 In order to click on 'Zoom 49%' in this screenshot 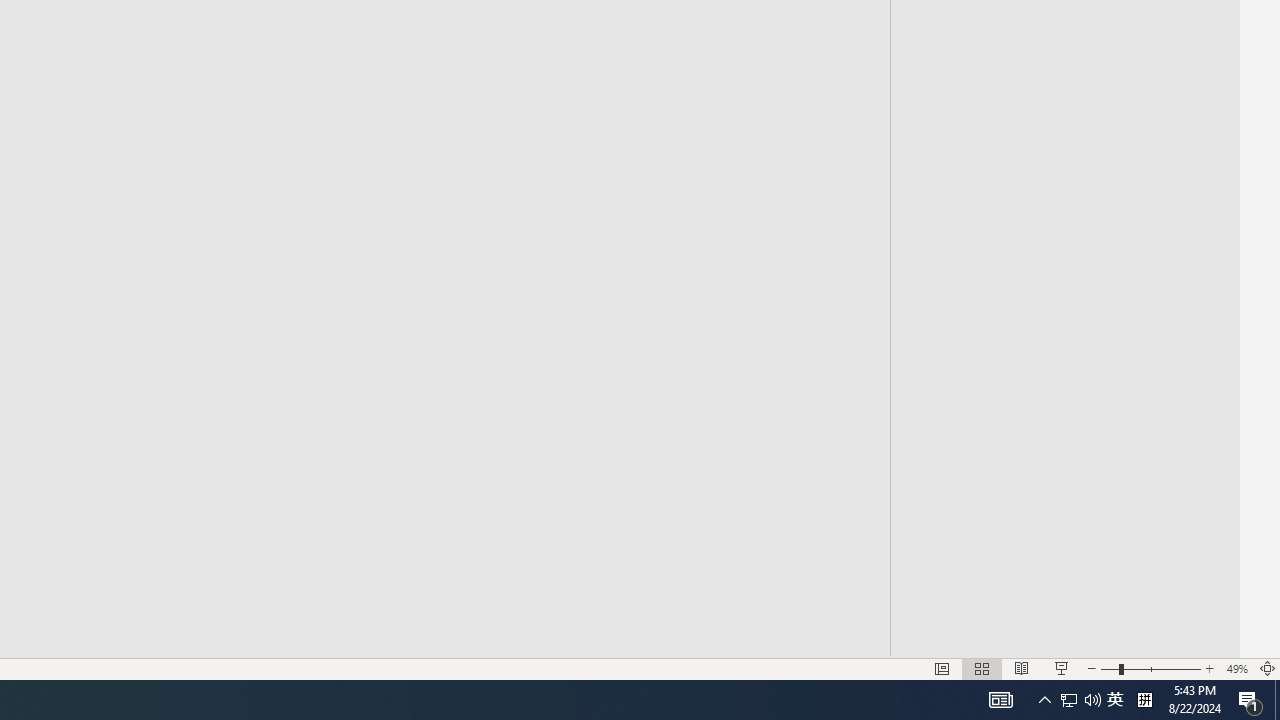, I will do `click(1236, 669)`.